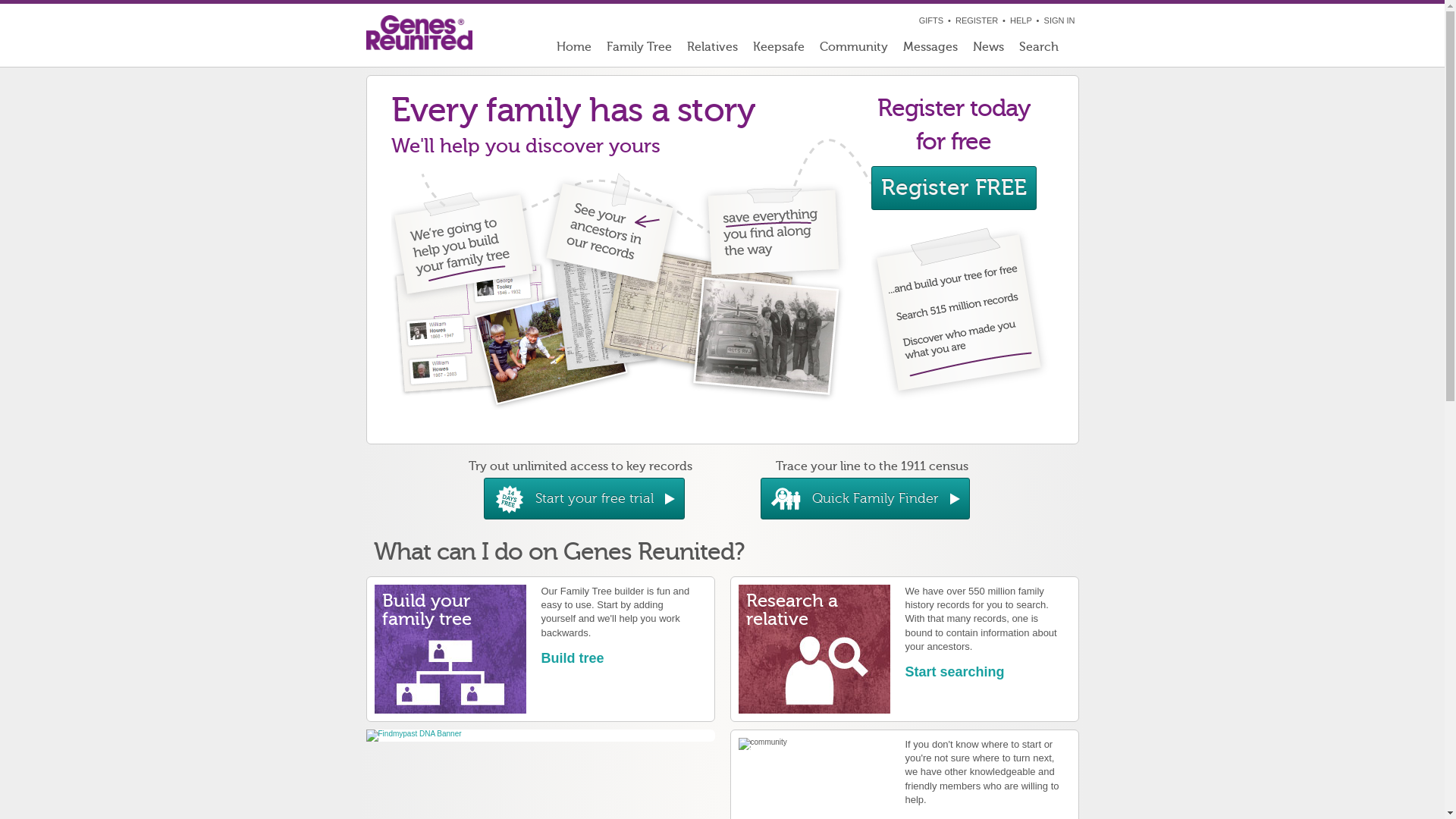  What do you see at coordinates (778, 49) in the screenshot?
I see `'Keepsafe'` at bounding box center [778, 49].